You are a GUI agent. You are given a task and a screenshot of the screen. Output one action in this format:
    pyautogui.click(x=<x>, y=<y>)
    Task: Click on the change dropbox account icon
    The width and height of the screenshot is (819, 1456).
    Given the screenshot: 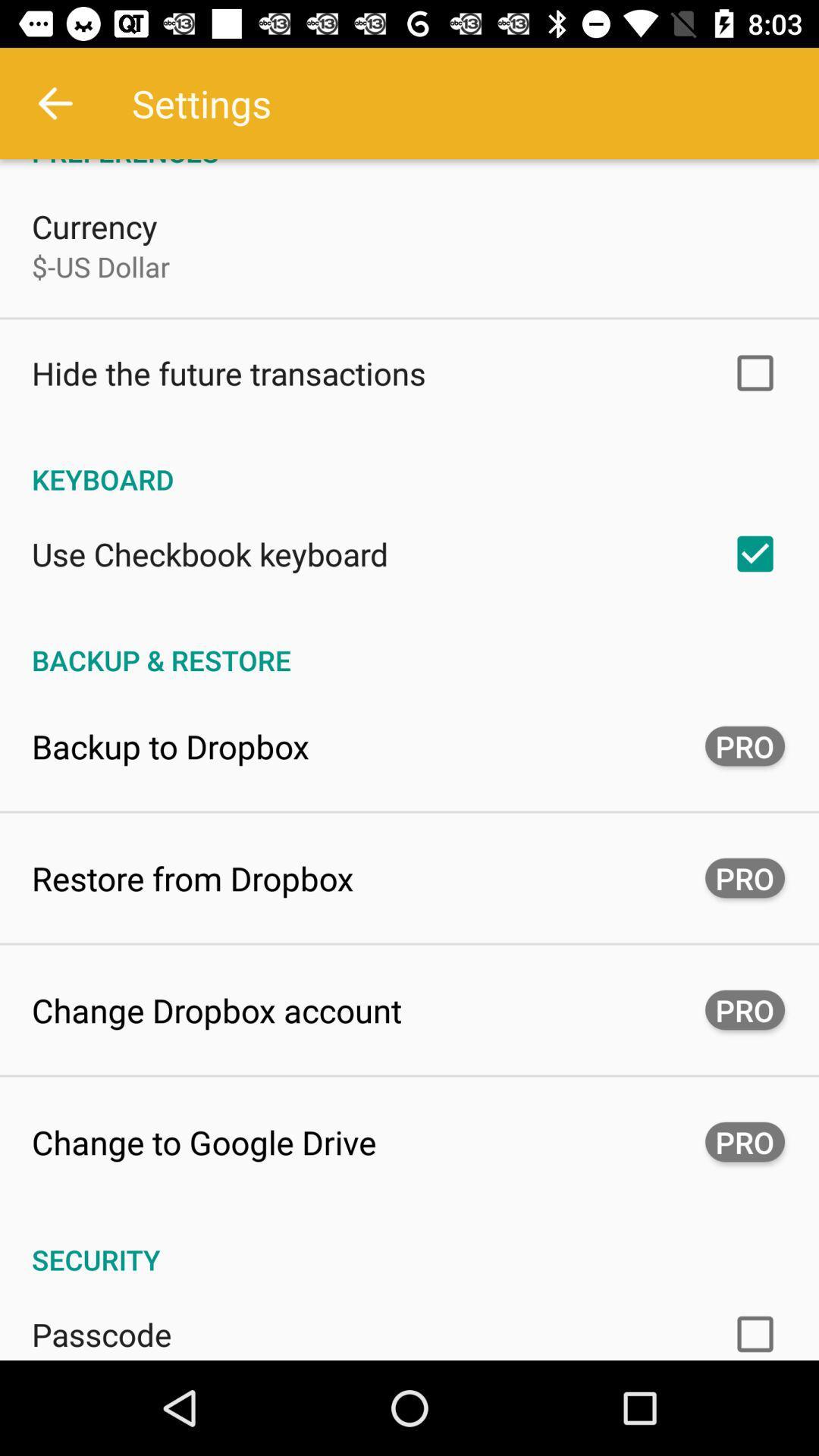 What is the action you would take?
    pyautogui.click(x=217, y=1009)
    